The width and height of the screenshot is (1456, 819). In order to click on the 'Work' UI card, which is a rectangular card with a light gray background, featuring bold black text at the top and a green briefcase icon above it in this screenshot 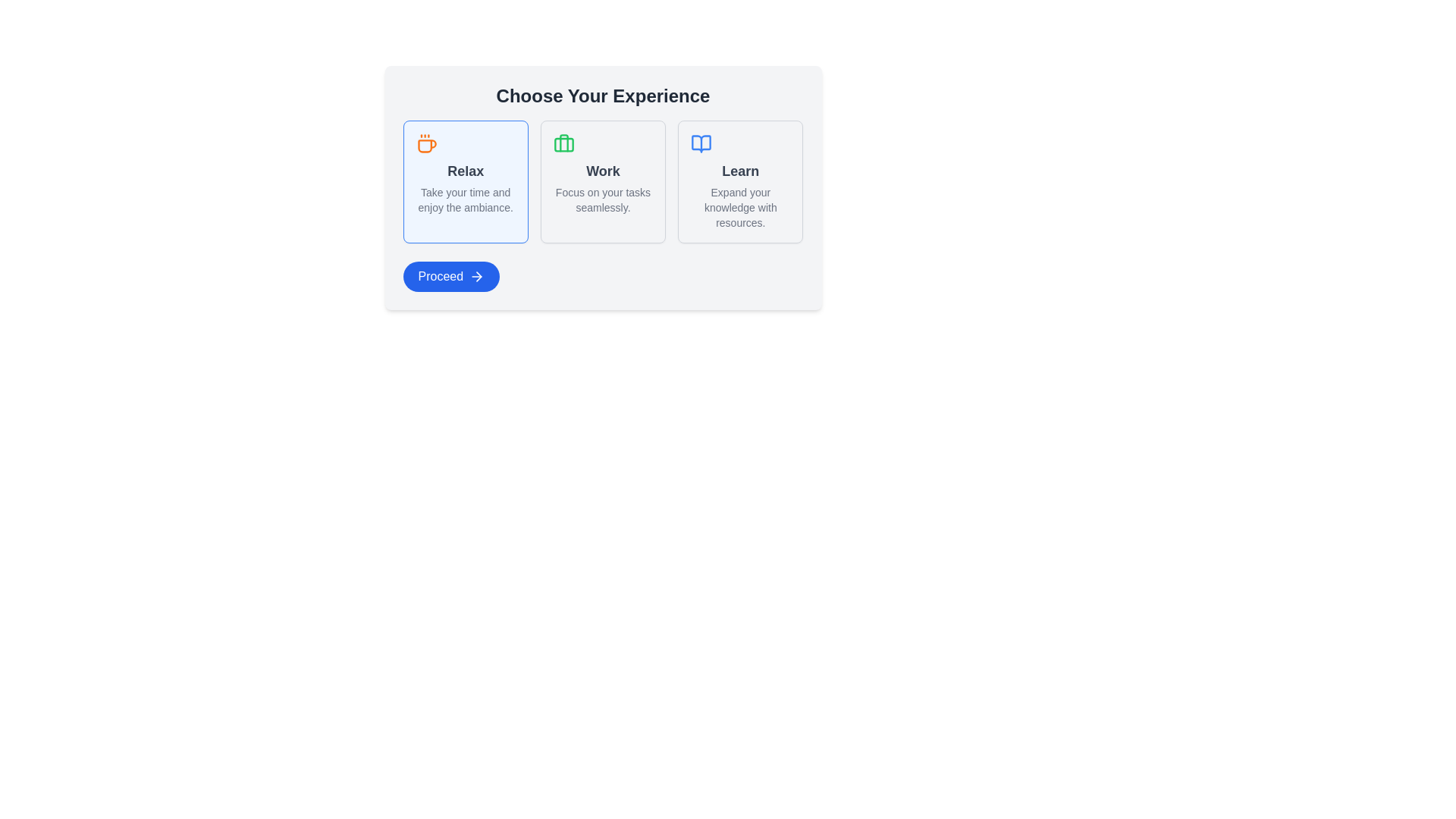, I will do `click(602, 187)`.